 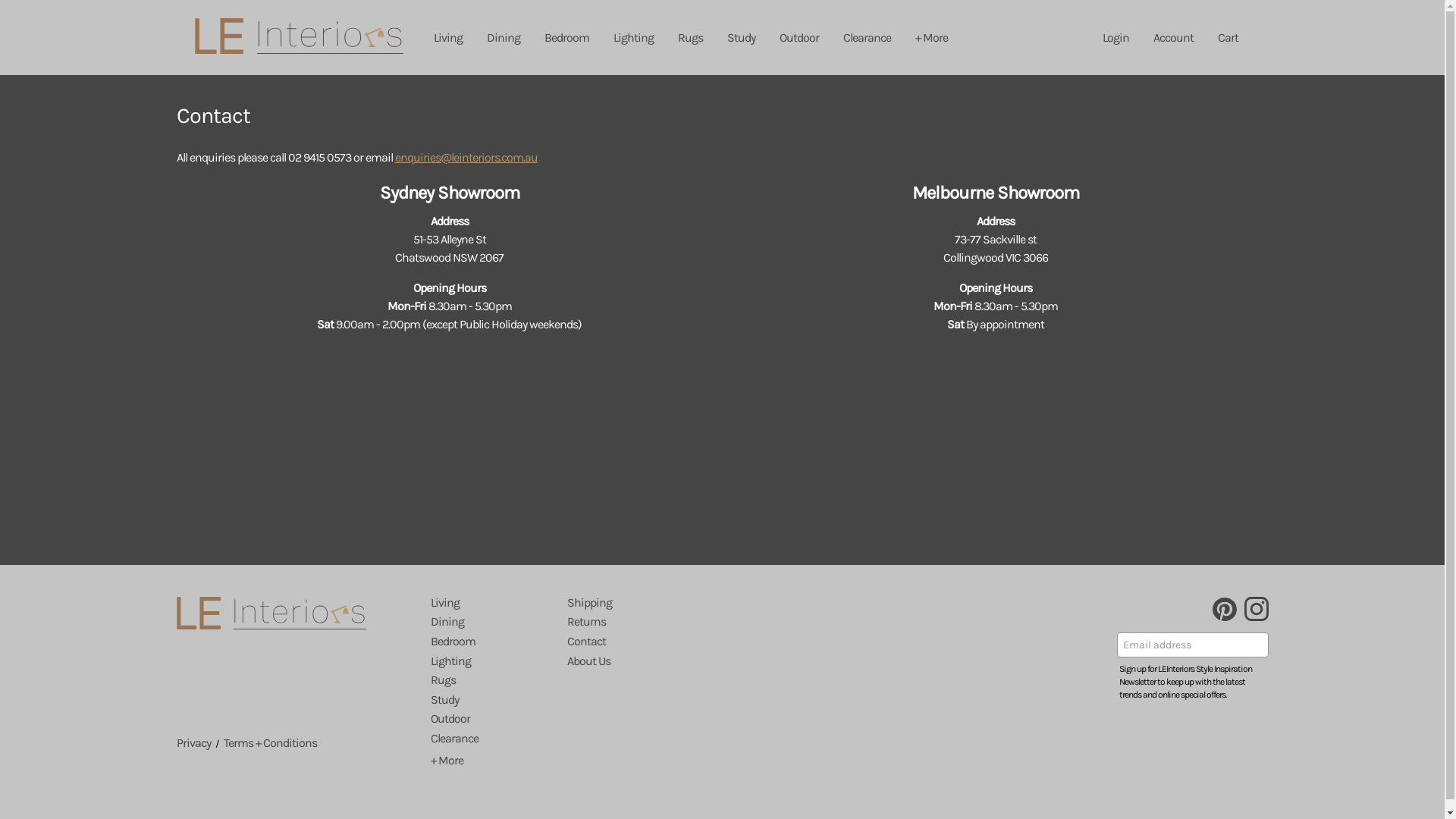 What do you see at coordinates (930, 36) in the screenshot?
I see `'+ More'` at bounding box center [930, 36].